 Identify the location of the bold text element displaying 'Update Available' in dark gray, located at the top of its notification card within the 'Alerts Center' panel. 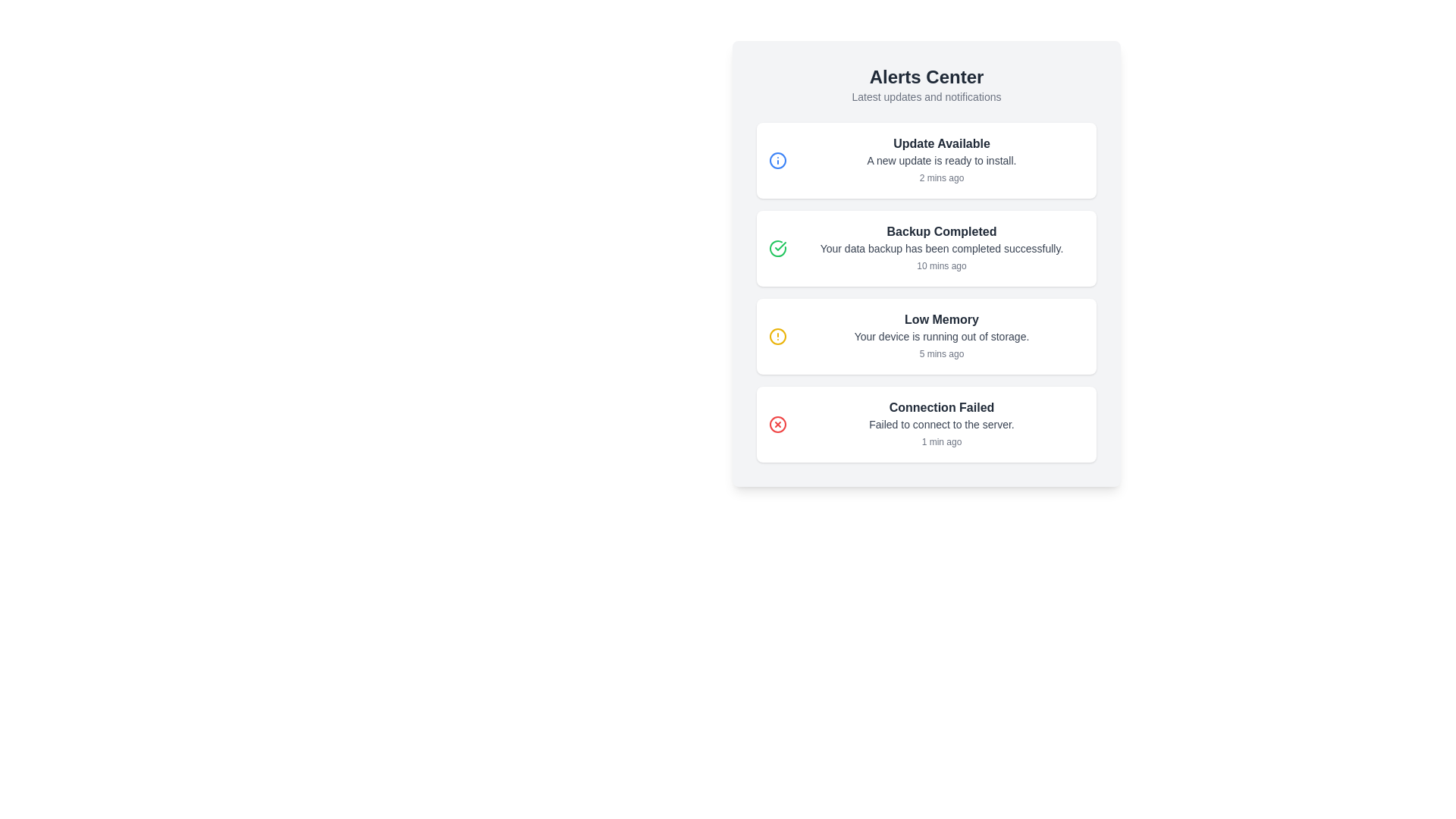
(941, 143).